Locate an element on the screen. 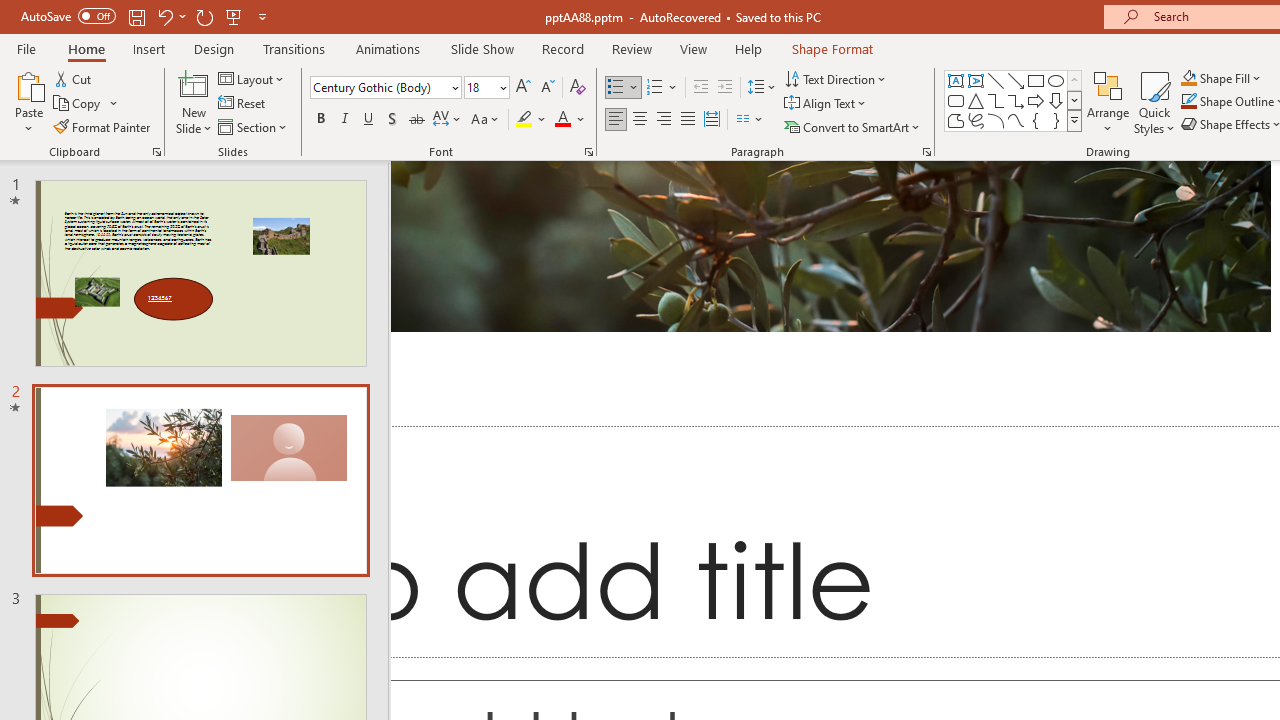 The image size is (1280, 720). 'Layout' is located at coordinates (251, 78).